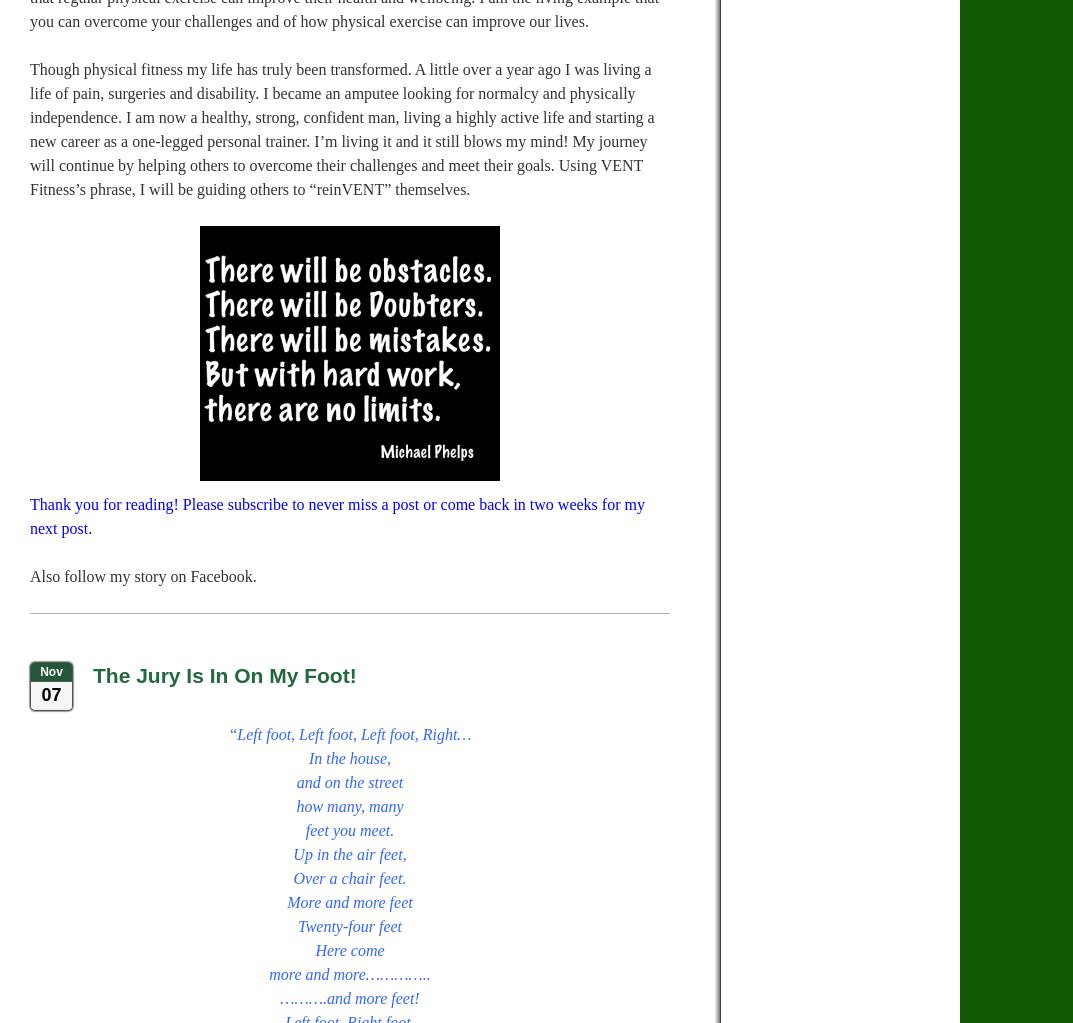 The height and width of the screenshot is (1023, 1073). I want to click on '07', so click(49, 694).